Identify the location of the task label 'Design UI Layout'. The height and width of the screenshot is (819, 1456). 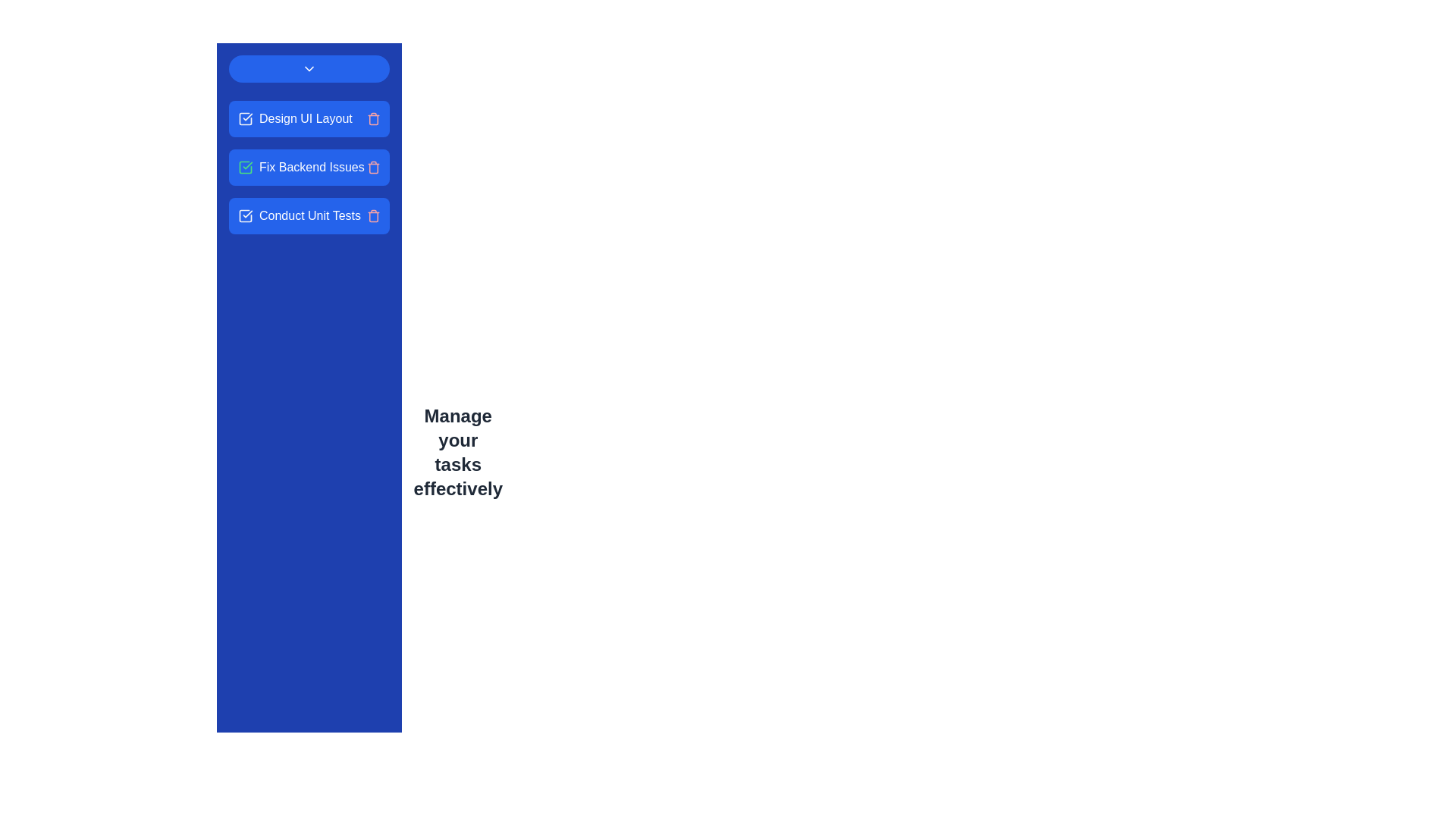
(295, 118).